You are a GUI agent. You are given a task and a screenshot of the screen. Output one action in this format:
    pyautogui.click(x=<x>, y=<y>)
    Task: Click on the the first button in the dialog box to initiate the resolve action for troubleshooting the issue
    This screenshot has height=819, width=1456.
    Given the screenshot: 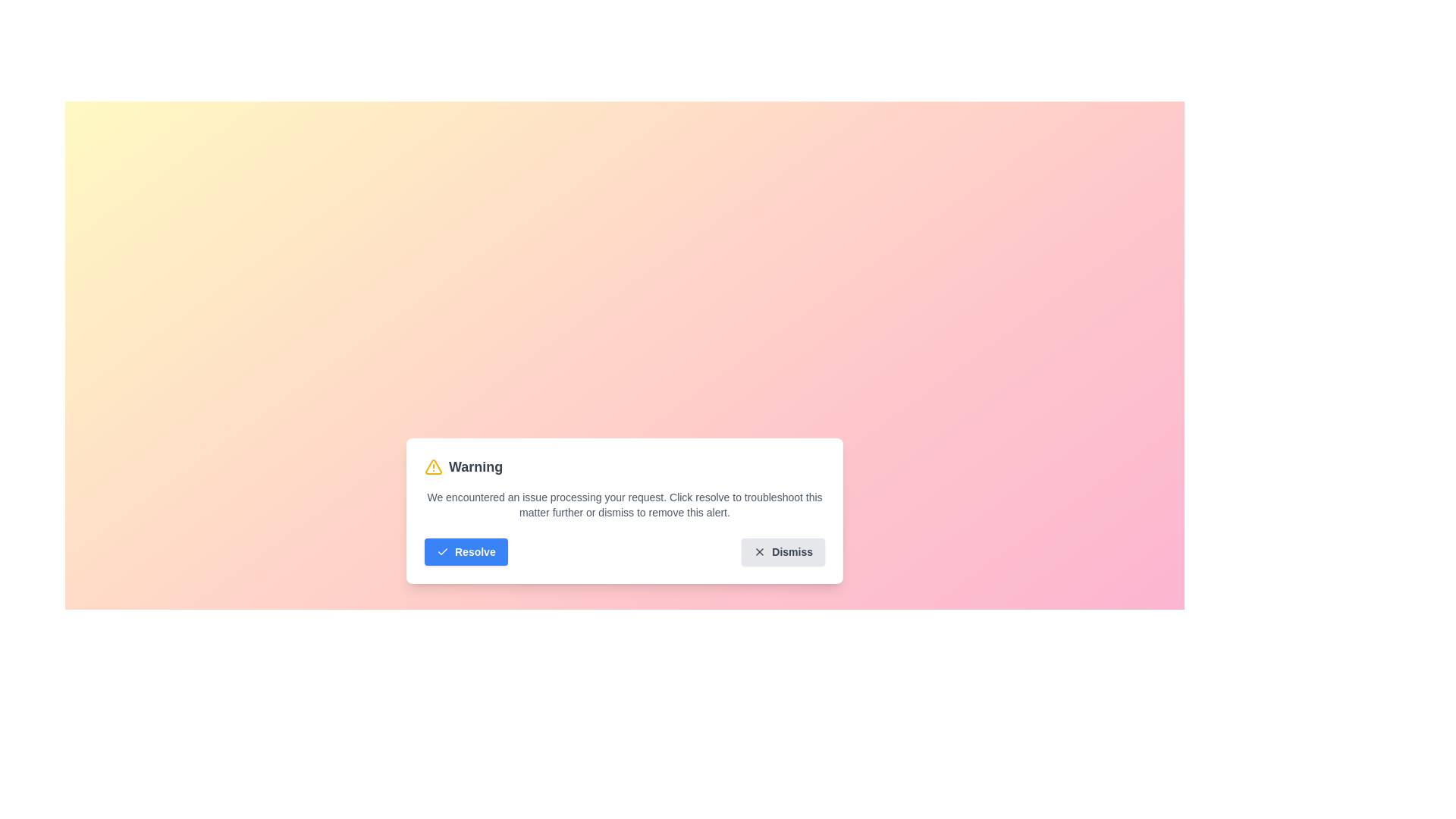 What is the action you would take?
    pyautogui.click(x=465, y=552)
    